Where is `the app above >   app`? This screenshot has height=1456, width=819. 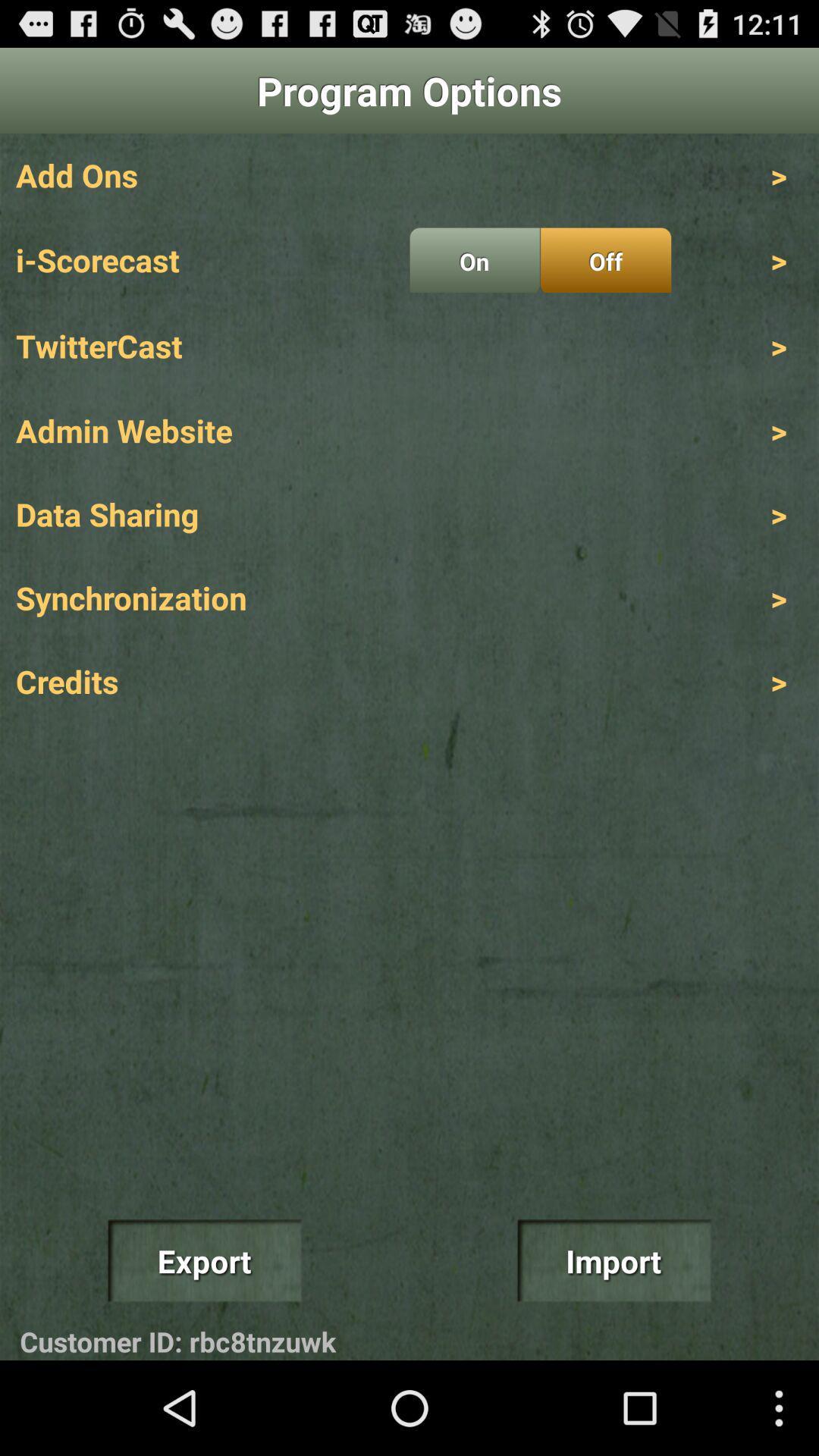
the app above >   app is located at coordinates (605, 260).